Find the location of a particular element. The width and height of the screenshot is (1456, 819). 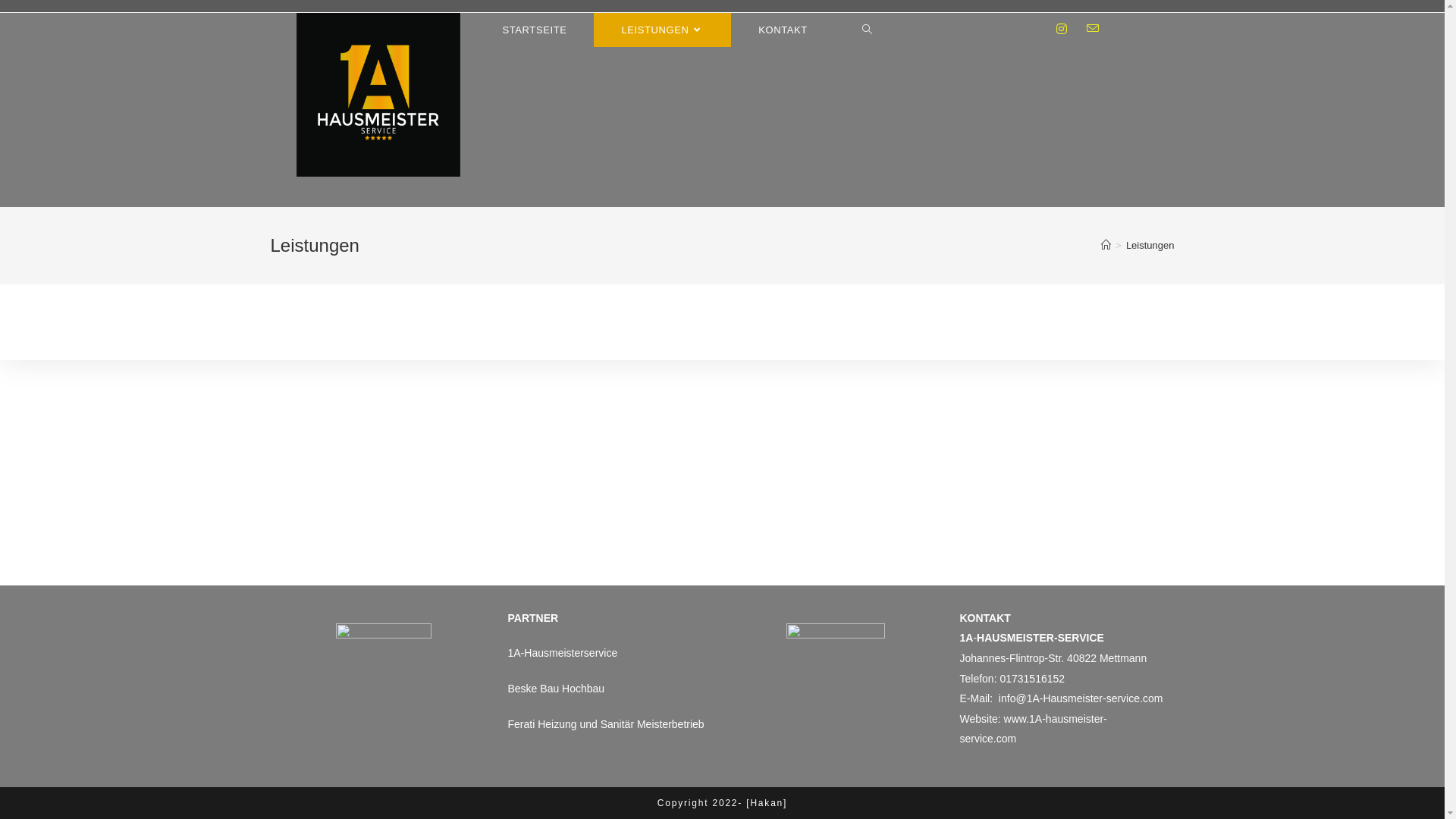

'Leistungen' is located at coordinates (1150, 244).